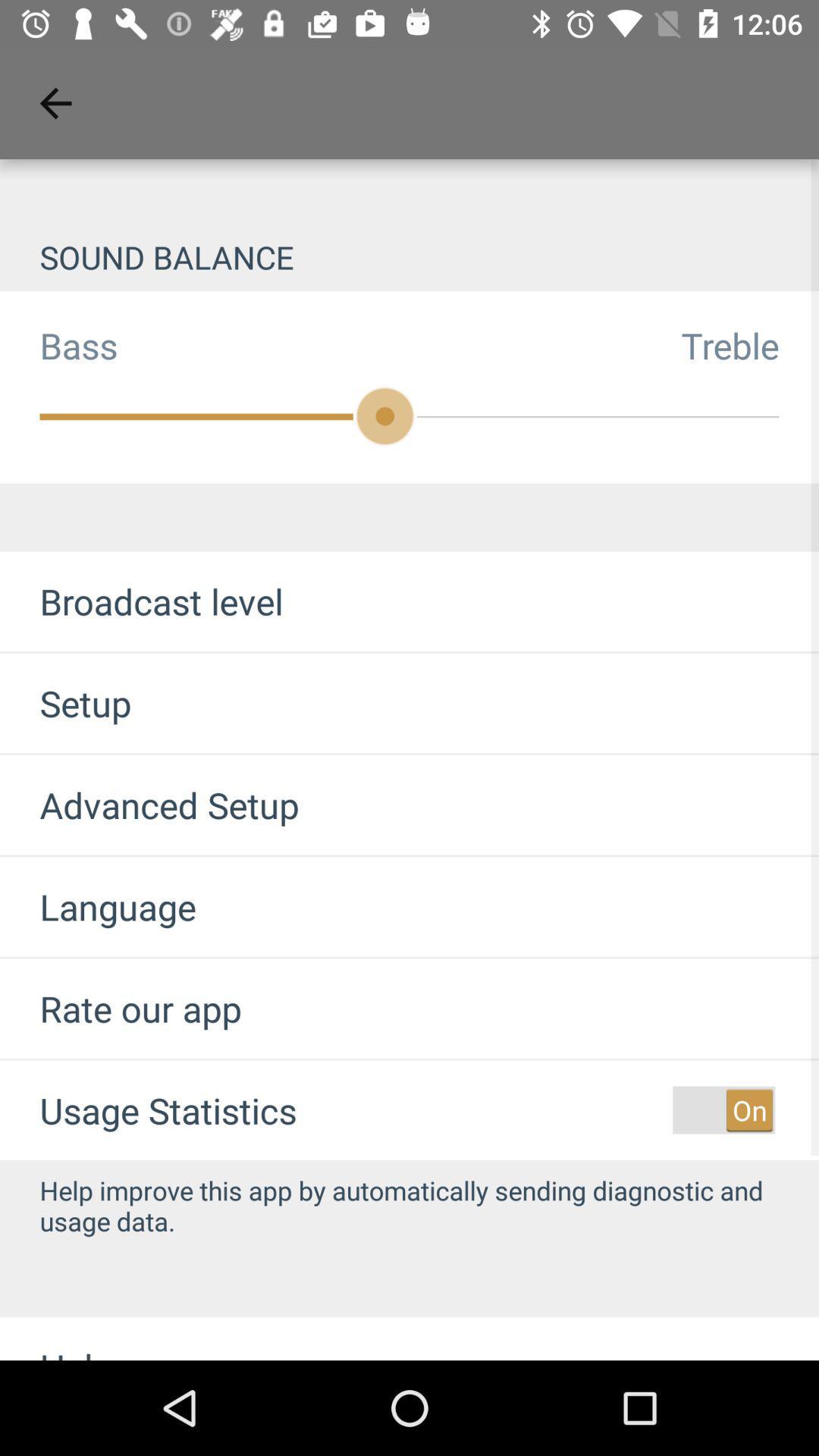  Describe the element at coordinates (168, 1110) in the screenshot. I see `usage statistics` at that location.